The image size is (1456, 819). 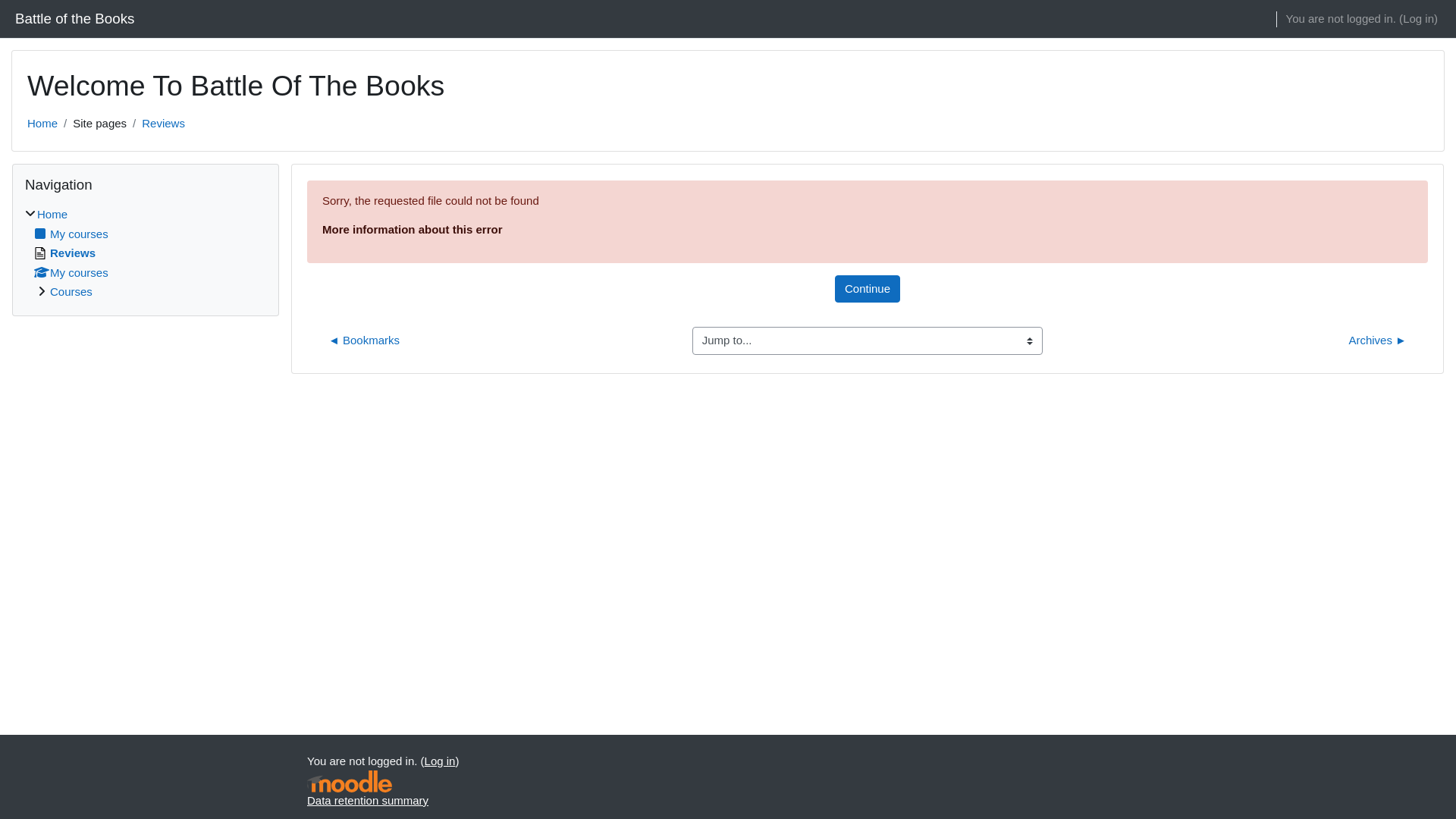 What do you see at coordinates (867, 288) in the screenshot?
I see `'Continue'` at bounding box center [867, 288].